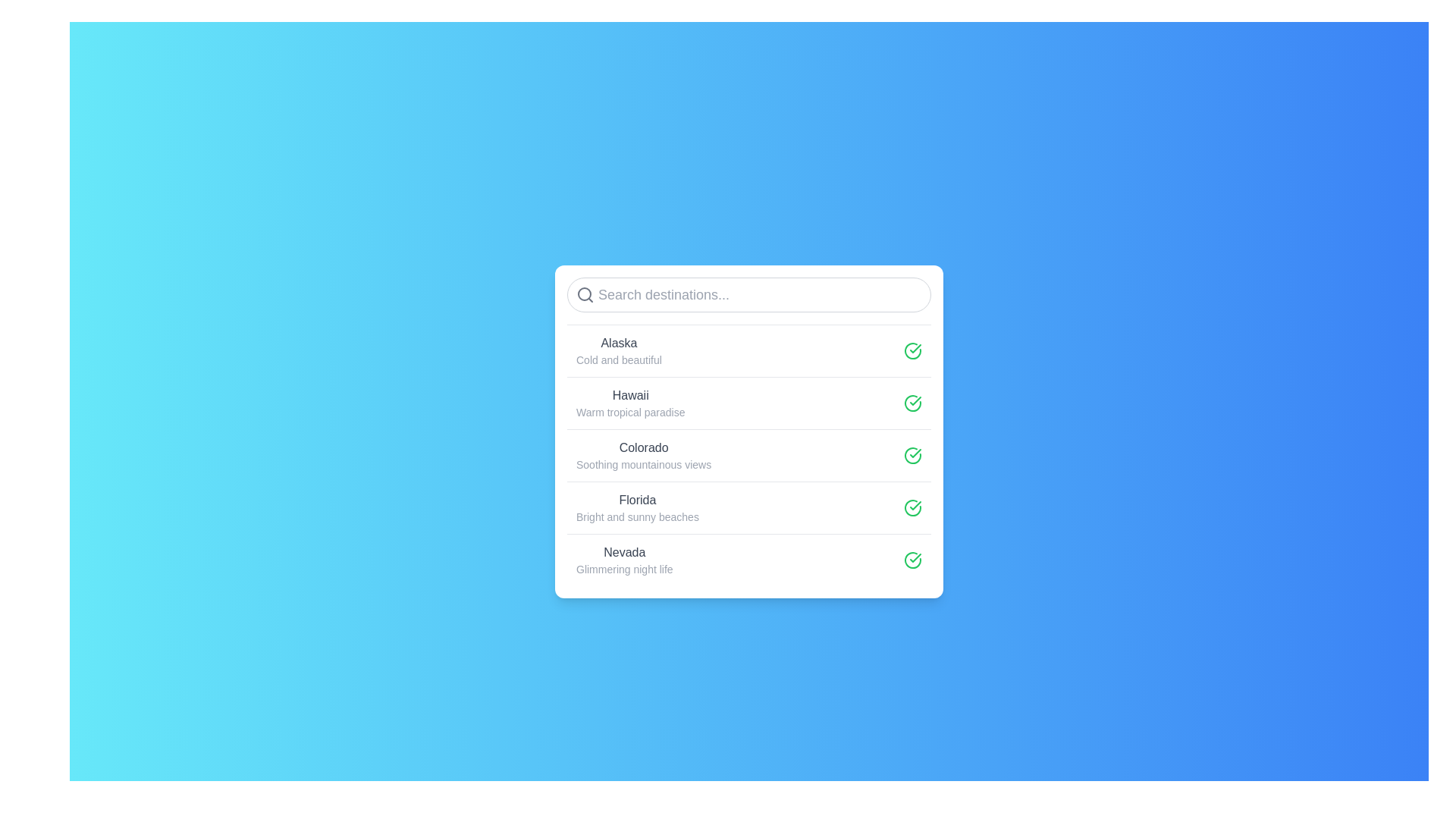  What do you see at coordinates (637, 516) in the screenshot?
I see `the text label providing additional descriptive information about 'Florida', which is positioned directly beneath the text 'Florida' in the destinations menu` at bounding box center [637, 516].